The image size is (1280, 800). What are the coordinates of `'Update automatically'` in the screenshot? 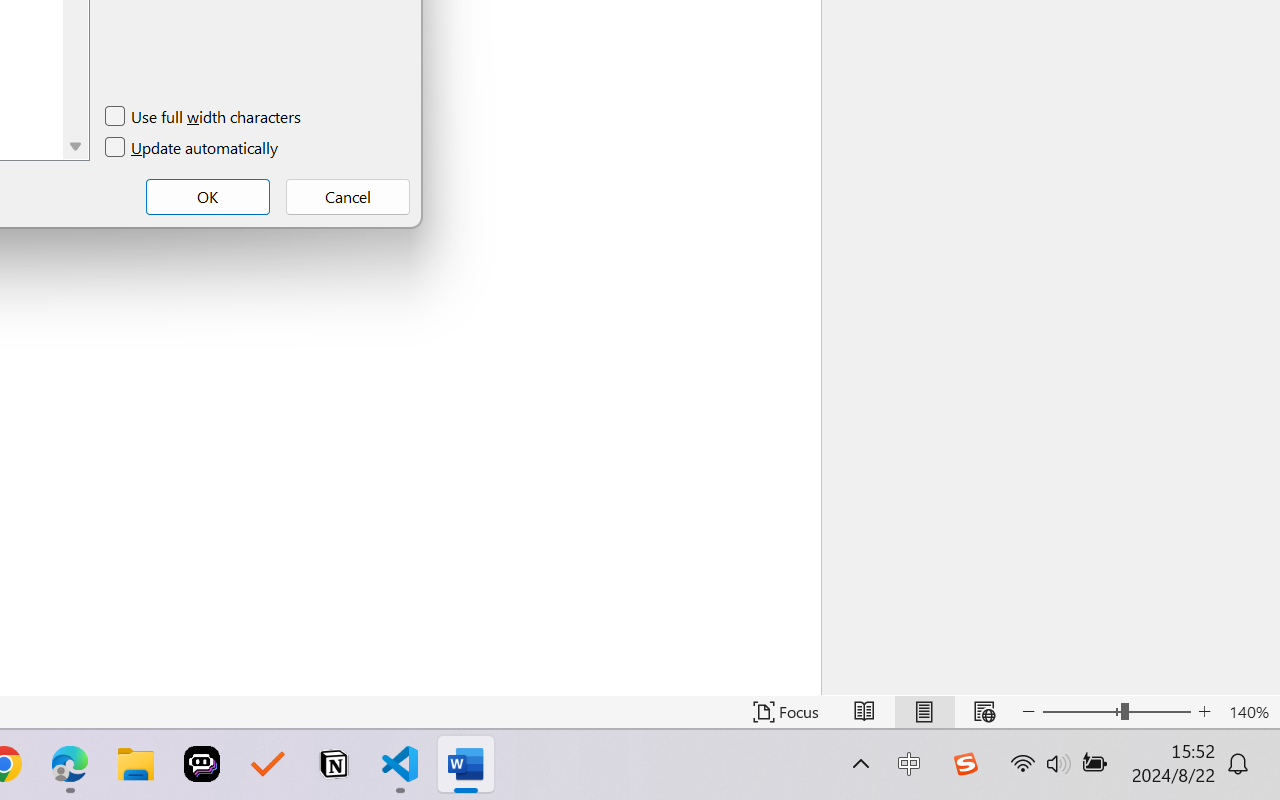 It's located at (193, 148).